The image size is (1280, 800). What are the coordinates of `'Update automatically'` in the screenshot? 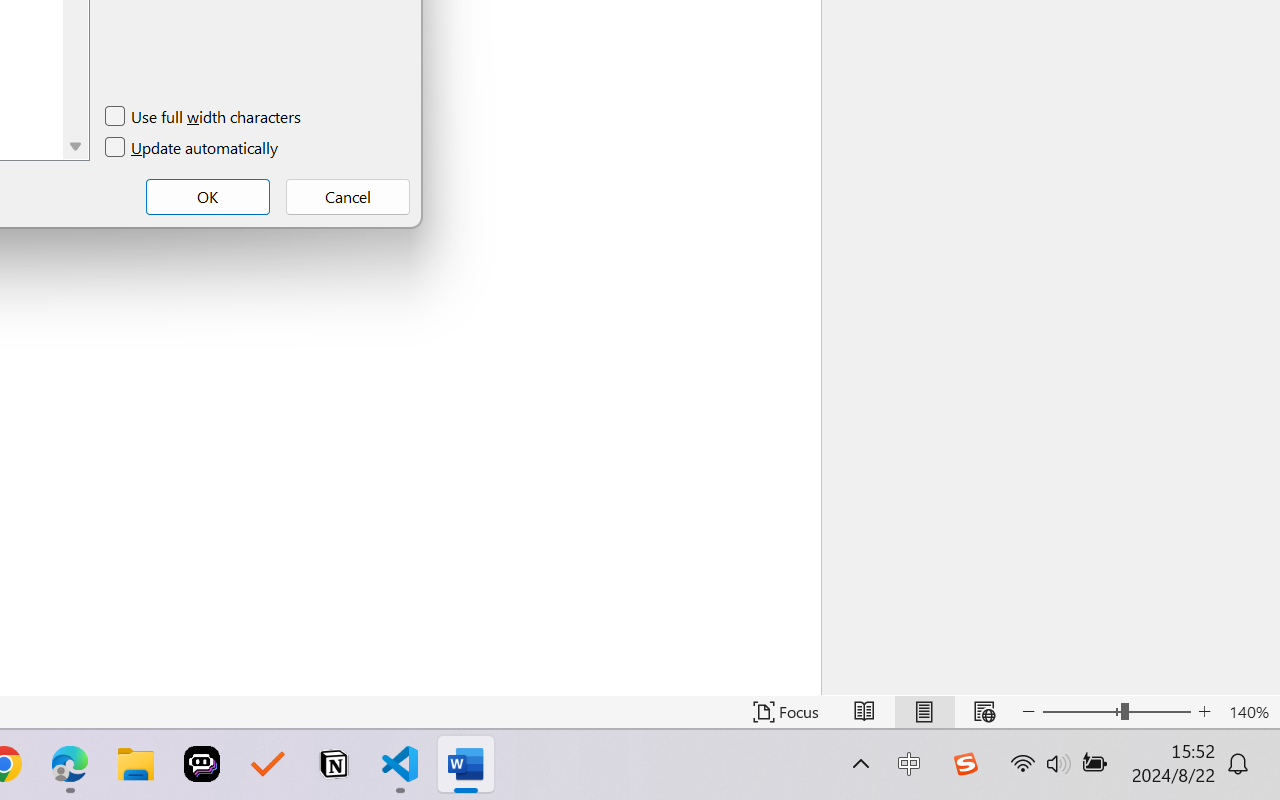 It's located at (193, 148).